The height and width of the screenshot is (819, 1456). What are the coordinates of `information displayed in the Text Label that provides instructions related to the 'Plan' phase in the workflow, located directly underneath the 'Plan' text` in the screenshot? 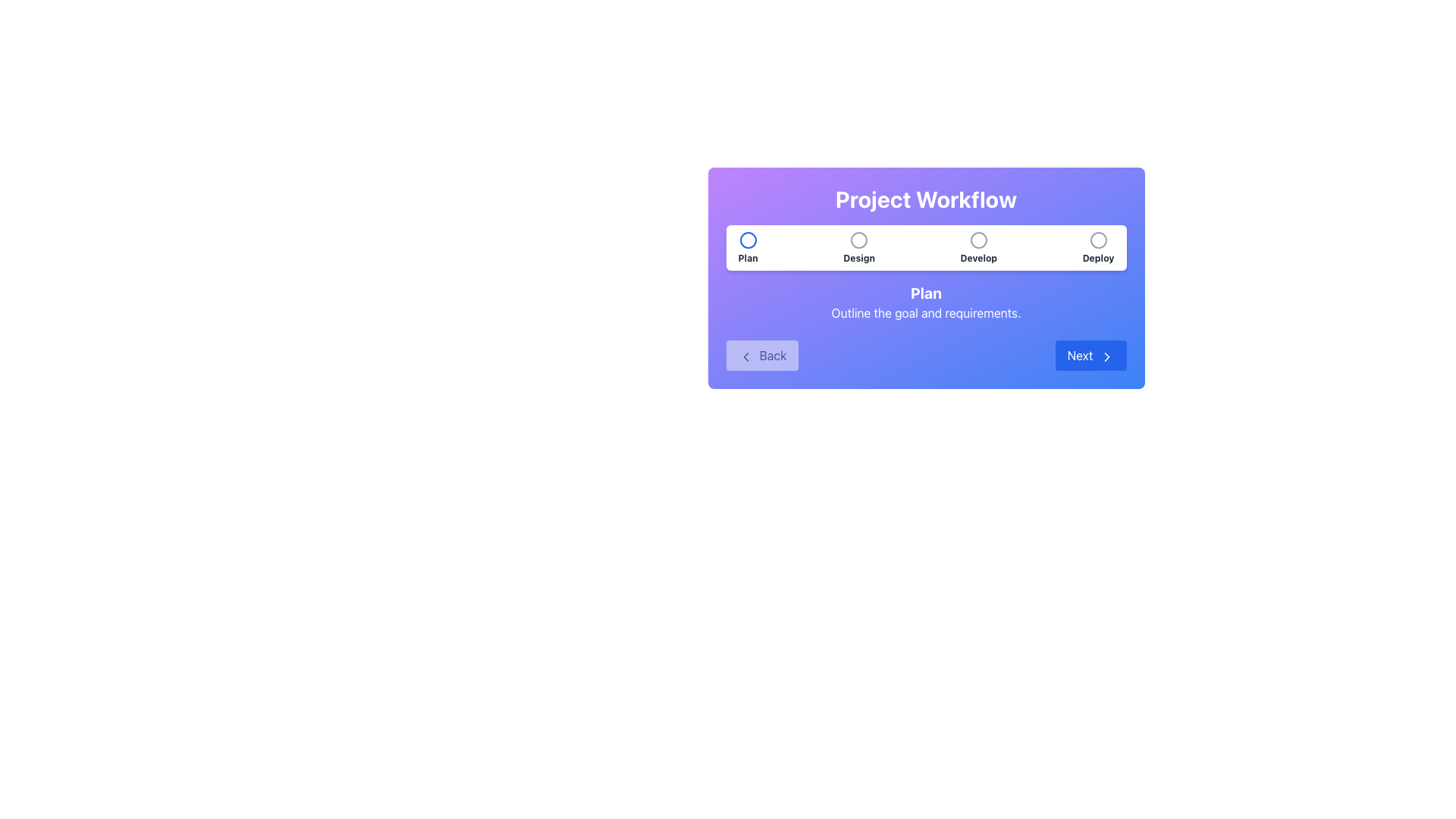 It's located at (925, 312).